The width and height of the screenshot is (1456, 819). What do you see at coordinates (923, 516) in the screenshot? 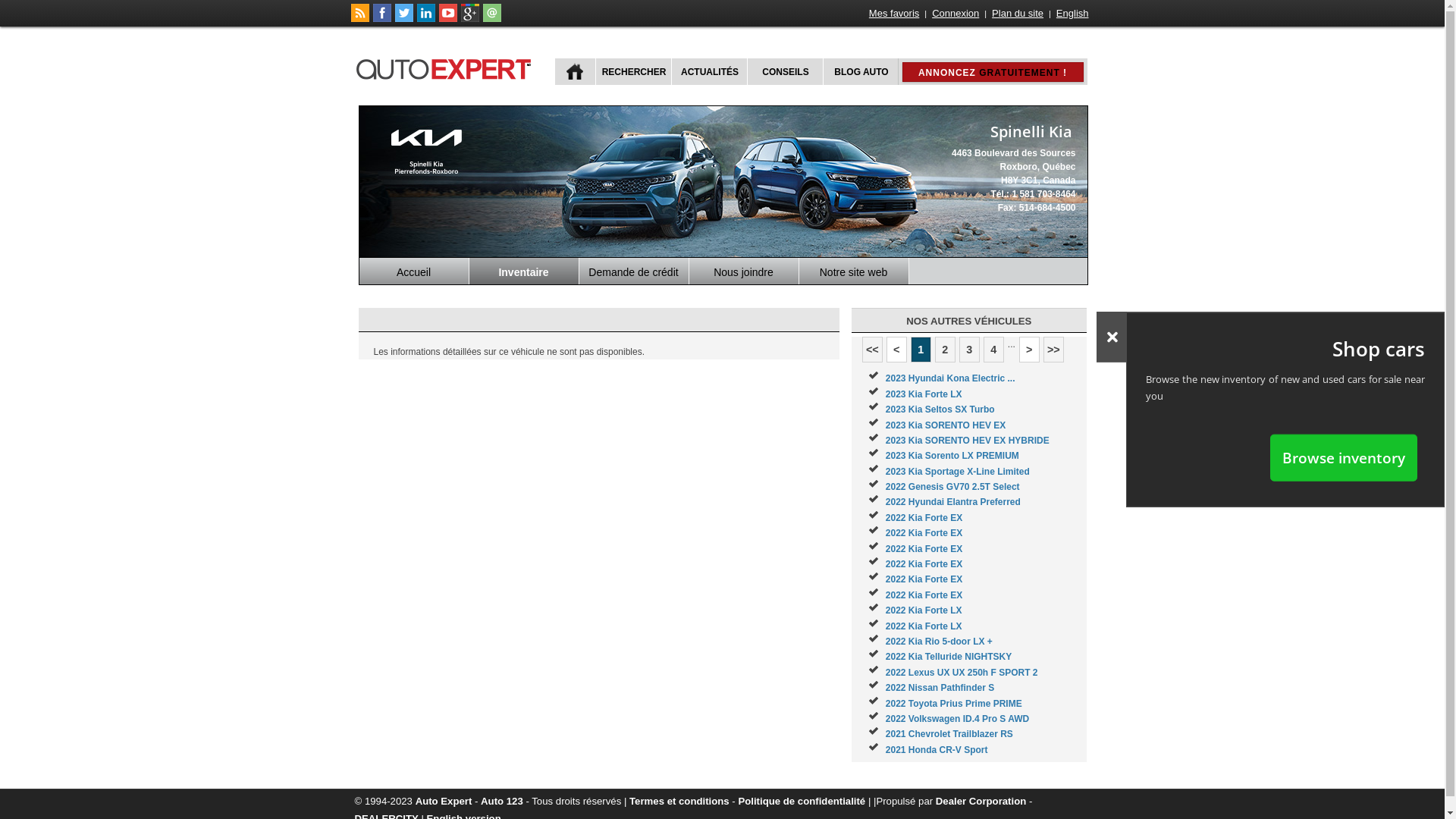
I see `'2022 Kia Forte EX'` at bounding box center [923, 516].